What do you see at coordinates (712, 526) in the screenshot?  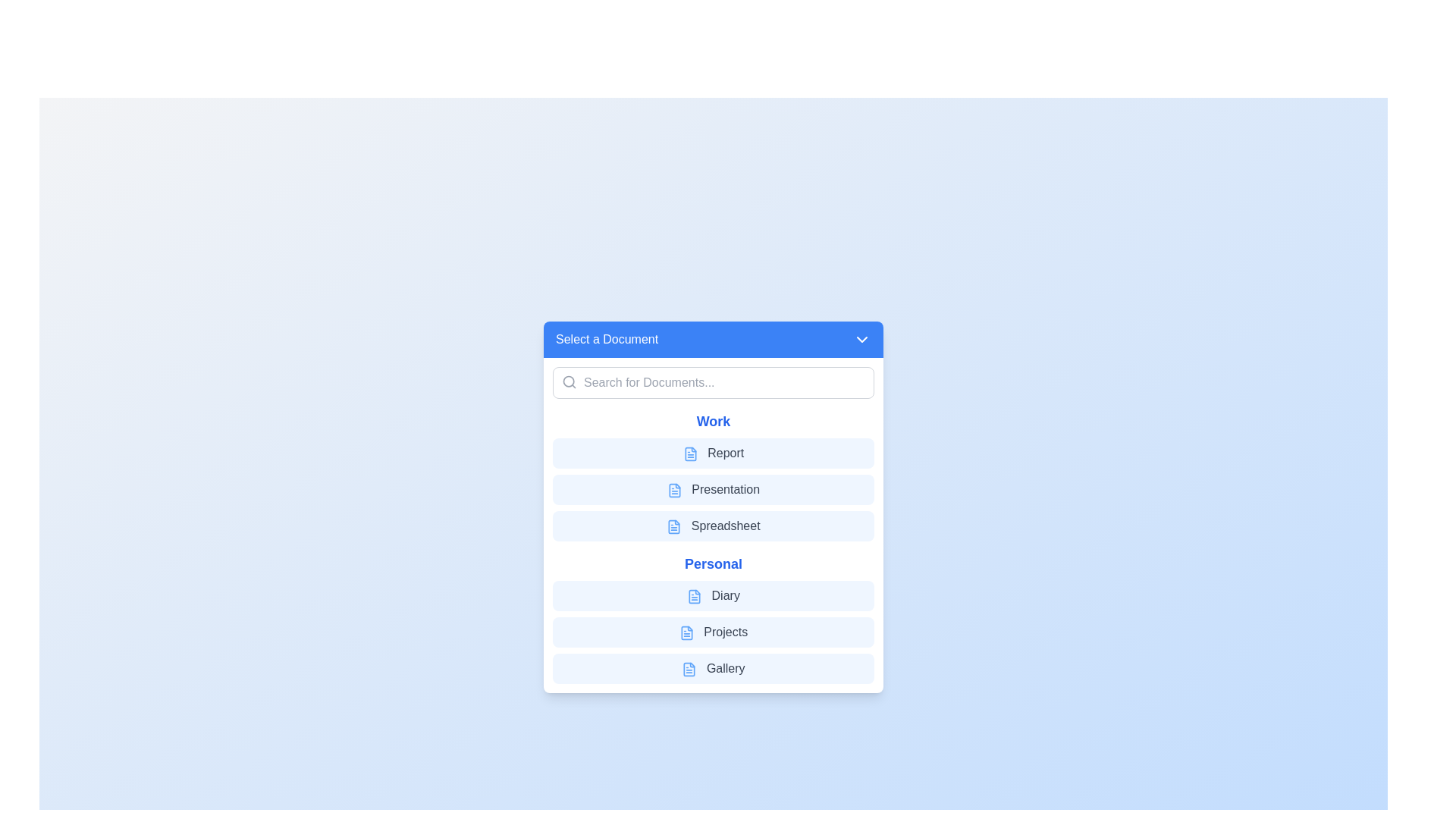 I see `the 'Spreadsheet' button, which is the third item in the 'Work' section of the document selection menu` at bounding box center [712, 526].